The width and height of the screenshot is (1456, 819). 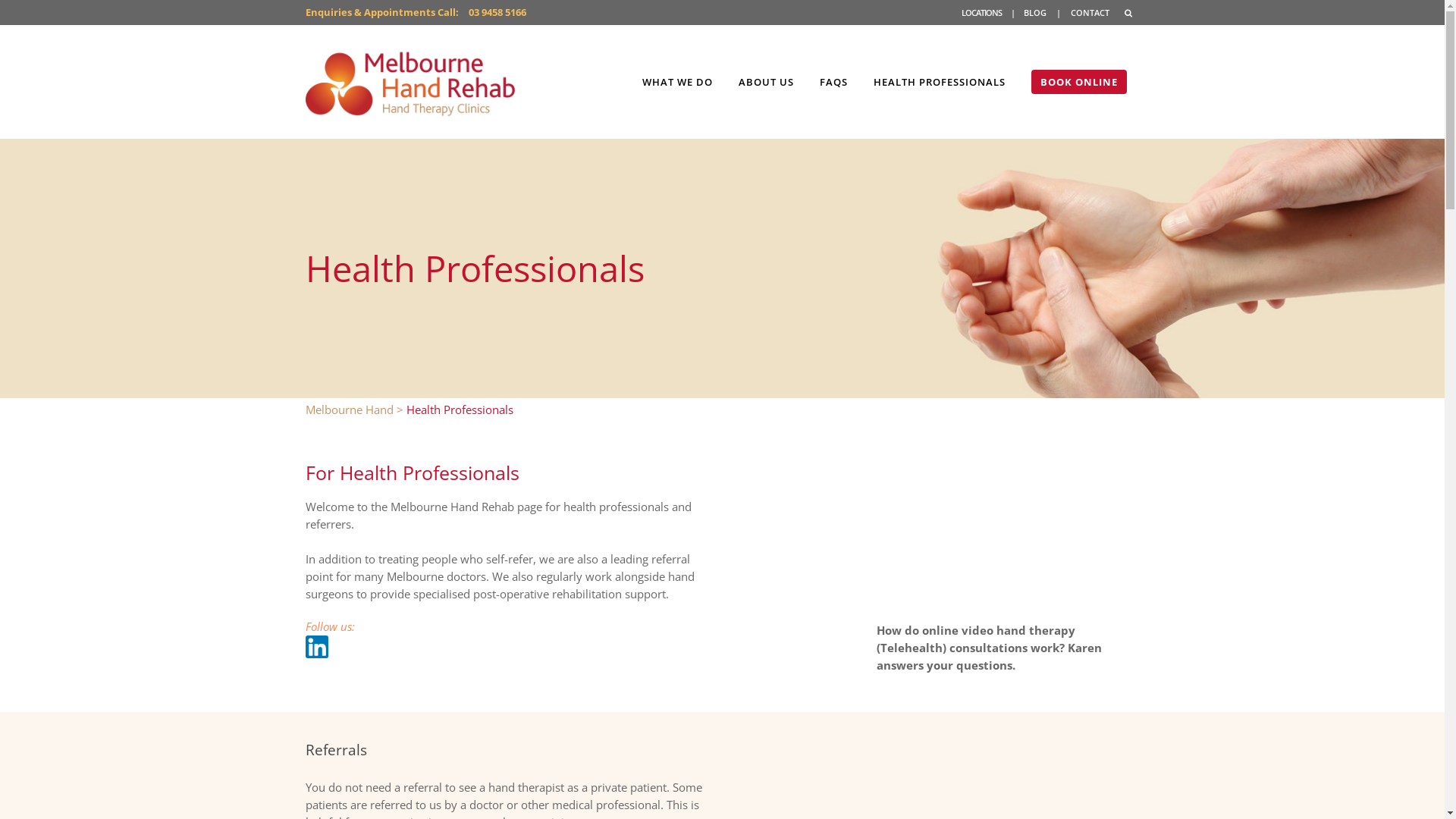 What do you see at coordinates (676, 82) in the screenshot?
I see `'WHAT WE DO'` at bounding box center [676, 82].